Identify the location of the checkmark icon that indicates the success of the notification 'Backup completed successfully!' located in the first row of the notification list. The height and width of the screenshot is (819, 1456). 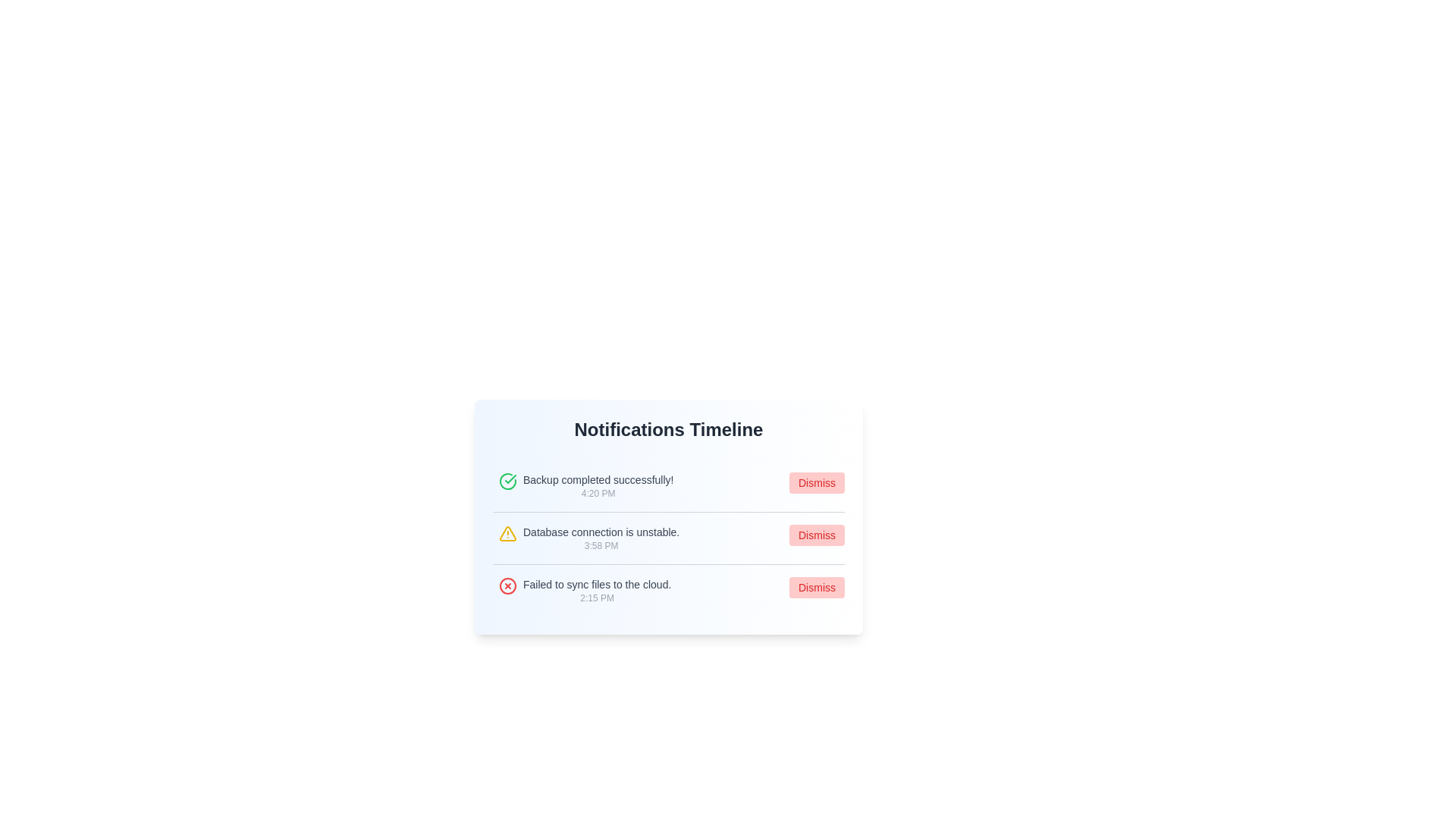
(510, 479).